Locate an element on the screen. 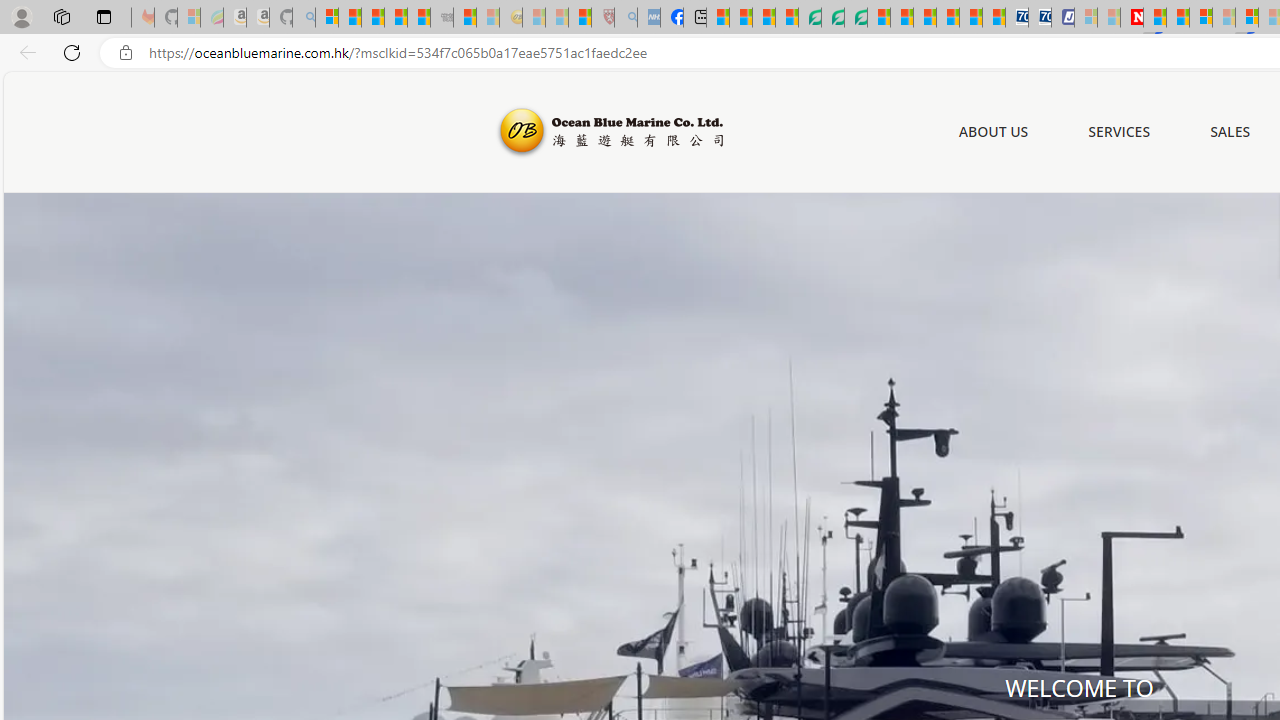 The width and height of the screenshot is (1280, 720). 'Local - MSN' is located at coordinates (579, 17).